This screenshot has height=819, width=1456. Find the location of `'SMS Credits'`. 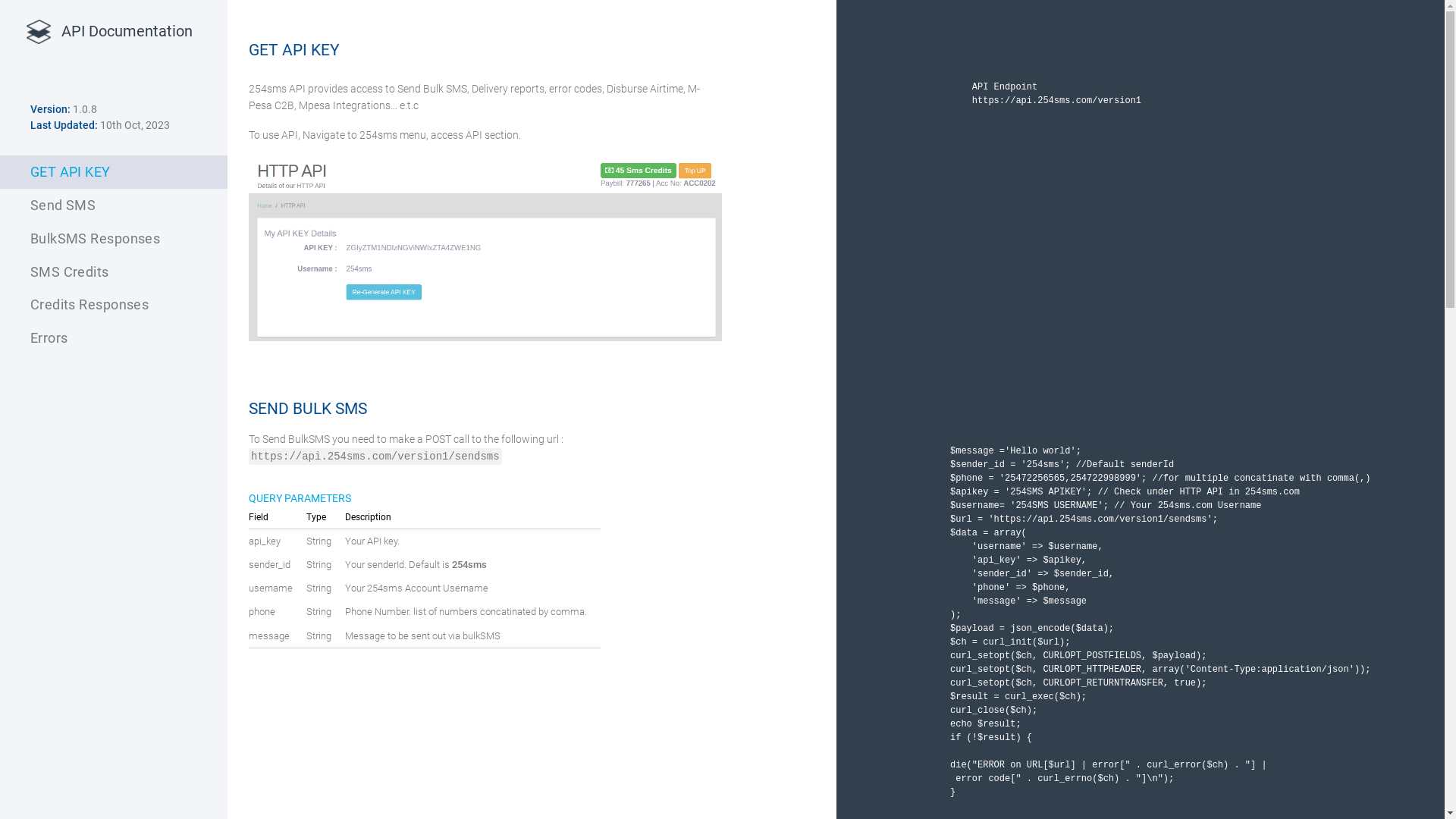

'SMS Credits' is located at coordinates (0, 271).